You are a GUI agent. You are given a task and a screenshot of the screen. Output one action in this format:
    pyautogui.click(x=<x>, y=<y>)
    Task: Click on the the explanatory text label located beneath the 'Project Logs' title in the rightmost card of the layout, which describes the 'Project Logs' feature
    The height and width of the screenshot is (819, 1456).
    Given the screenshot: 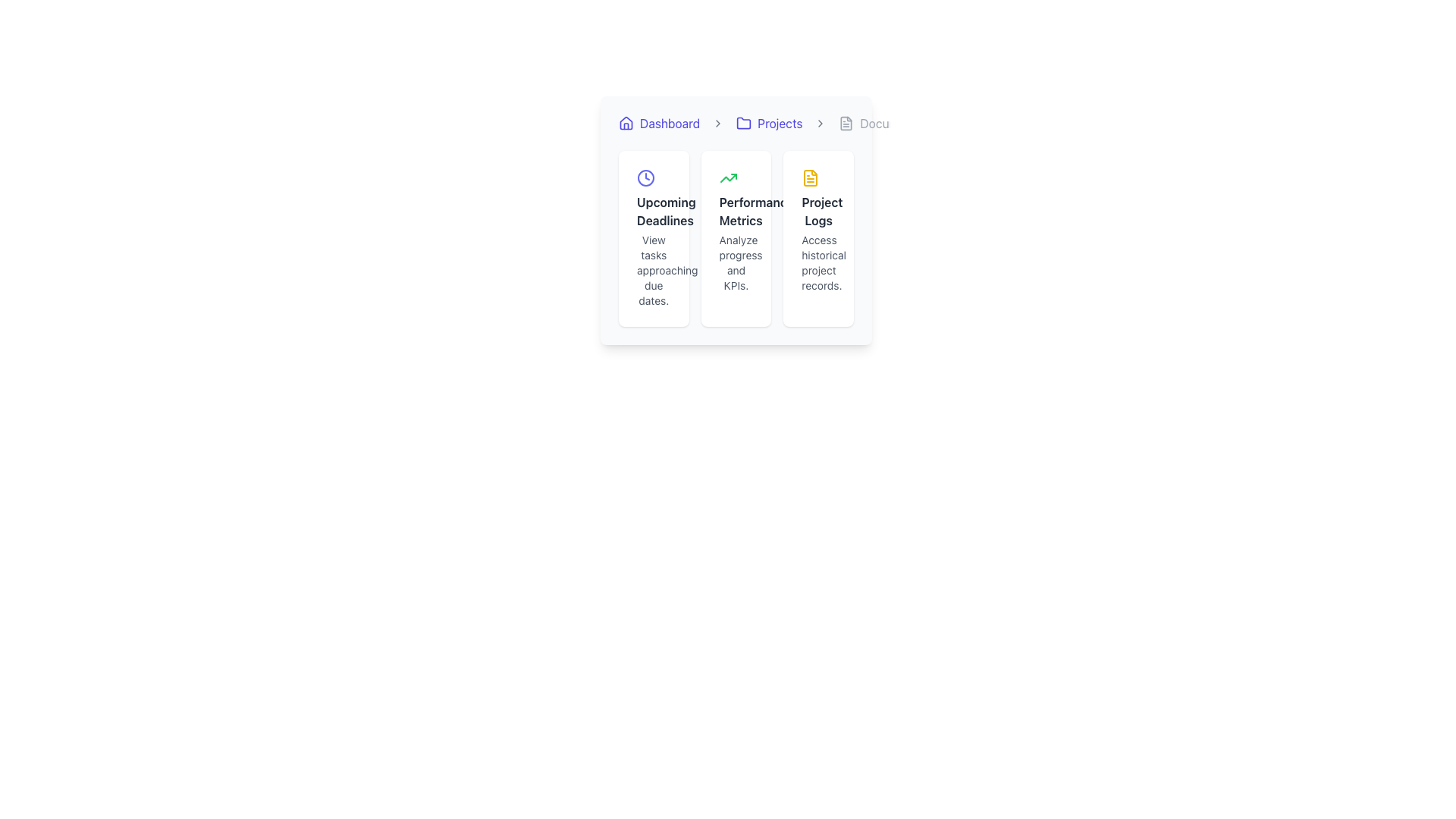 What is the action you would take?
    pyautogui.click(x=817, y=262)
    